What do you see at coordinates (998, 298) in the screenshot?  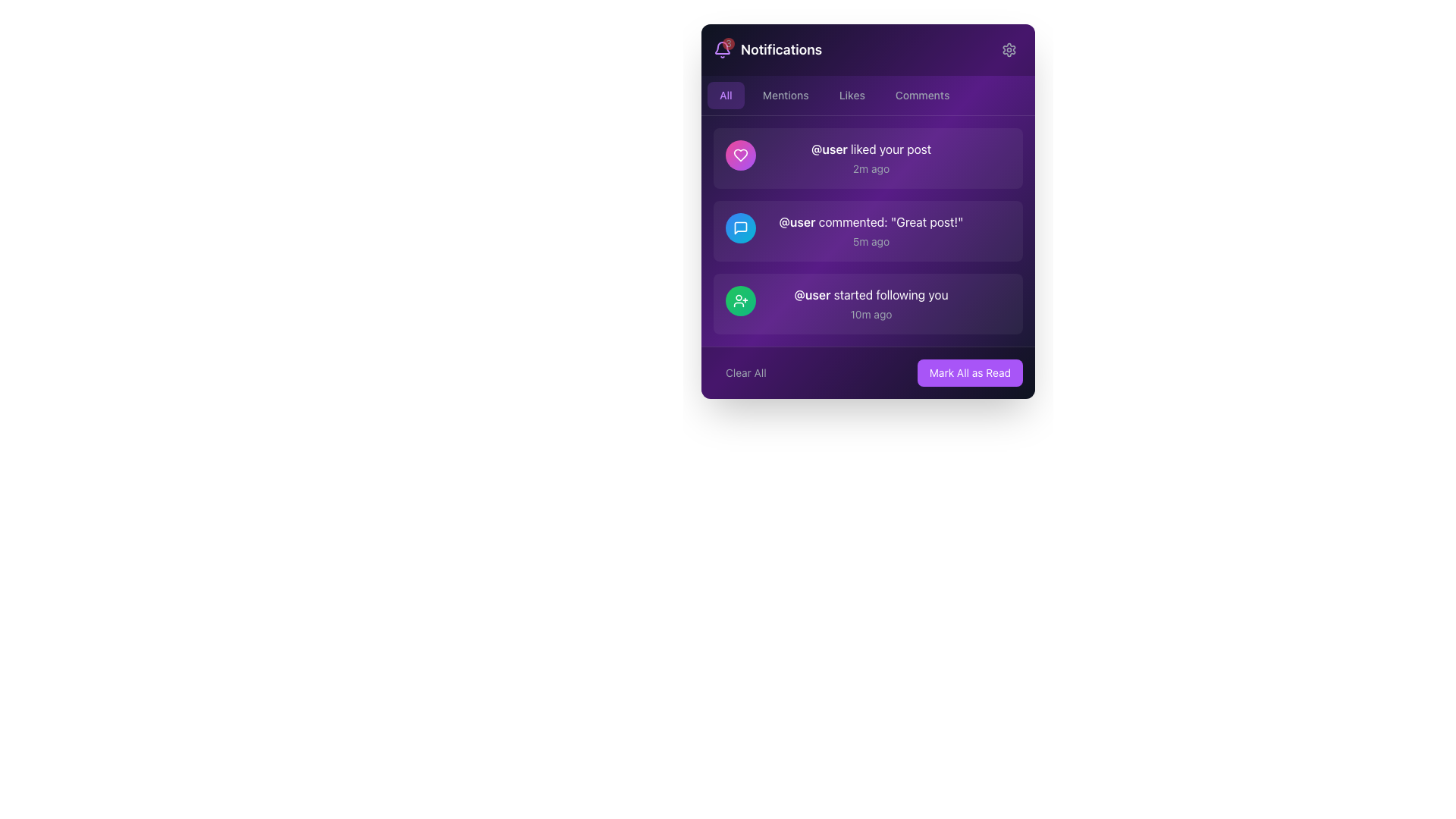 I see `the dismiss button located at the top-right corner of the last notification item` at bounding box center [998, 298].